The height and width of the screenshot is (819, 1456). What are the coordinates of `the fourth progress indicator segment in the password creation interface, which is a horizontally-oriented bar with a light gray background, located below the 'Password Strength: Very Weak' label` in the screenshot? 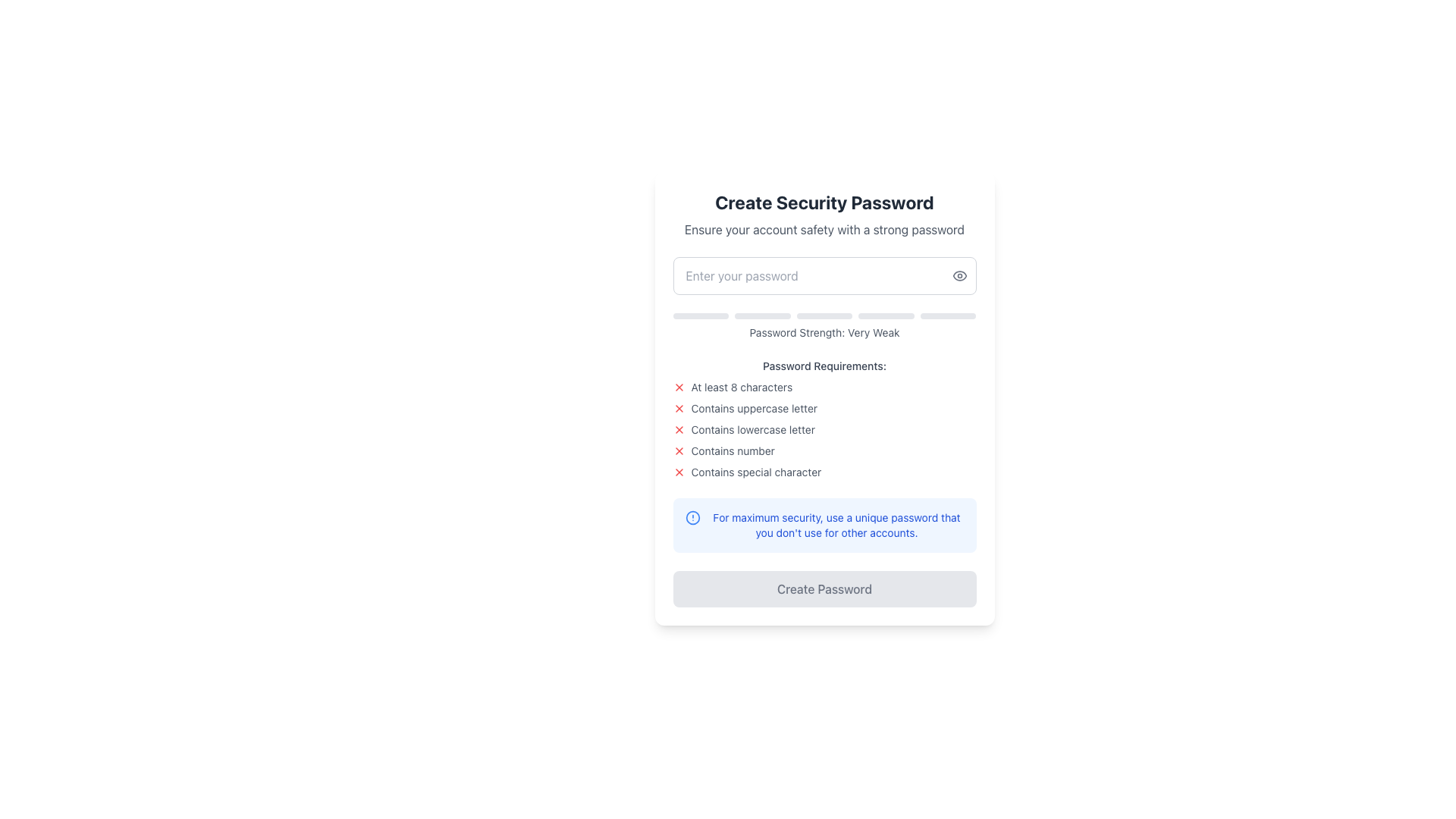 It's located at (886, 315).